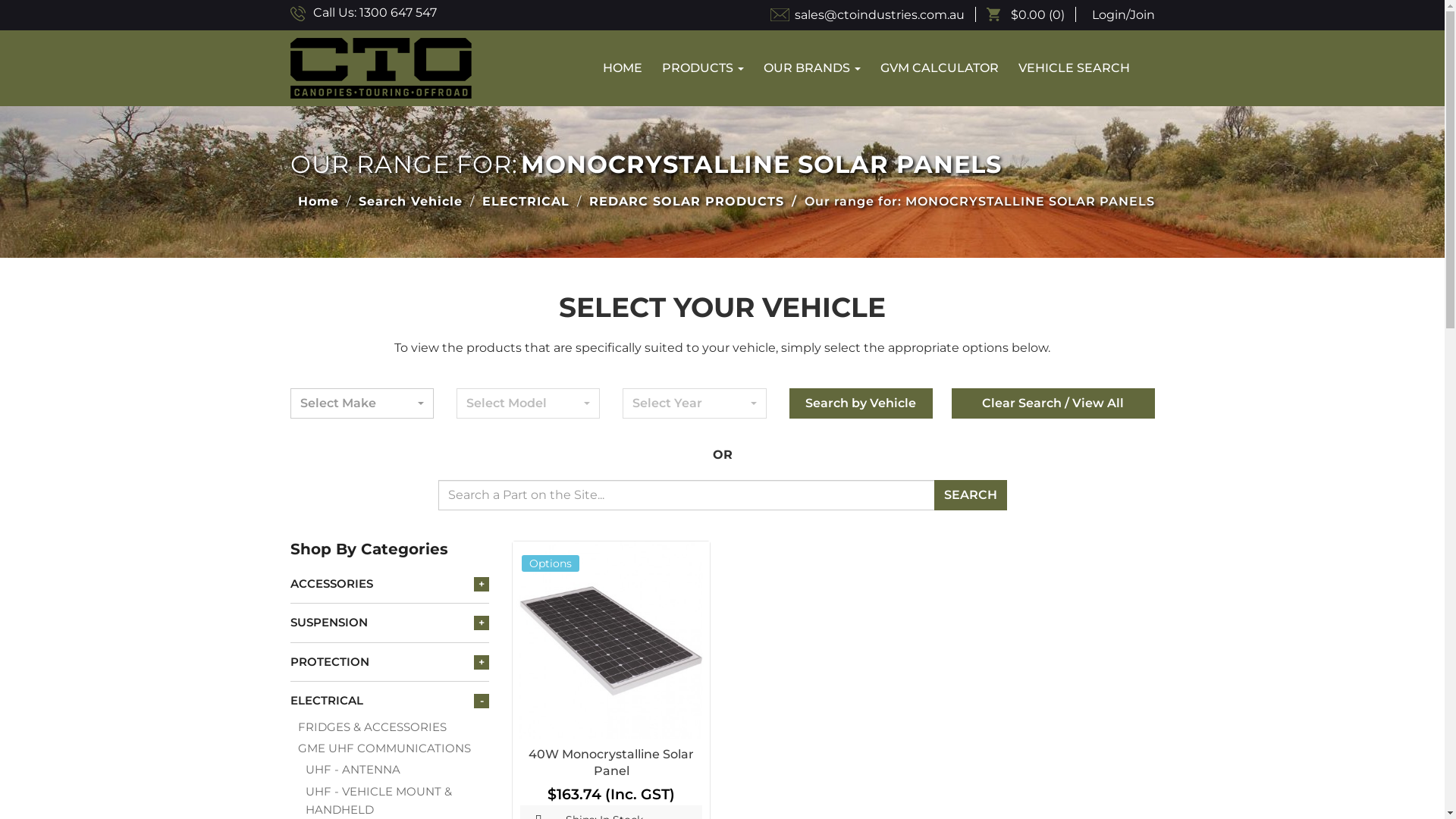 This screenshot has height=819, width=1456. What do you see at coordinates (389, 661) in the screenshot?
I see `'PROTECTION'` at bounding box center [389, 661].